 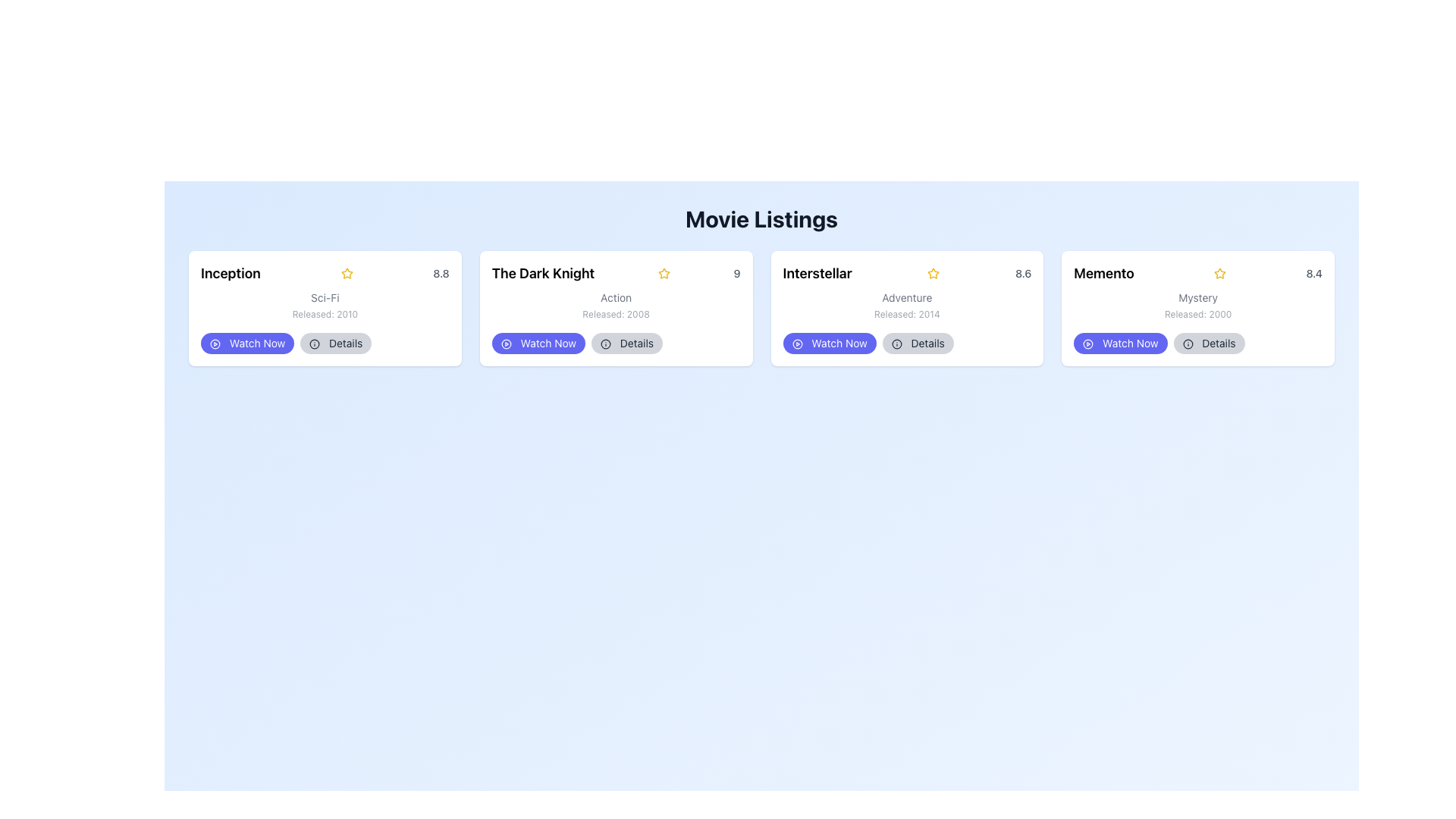 What do you see at coordinates (896, 344) in the screenshot?
I see `the decorative icon associated with the 'Details' button for the 'Interstellar' movie card, which is located at the bottom of the card that is second from the right in the movie listings` at bounding box center [896, 344].